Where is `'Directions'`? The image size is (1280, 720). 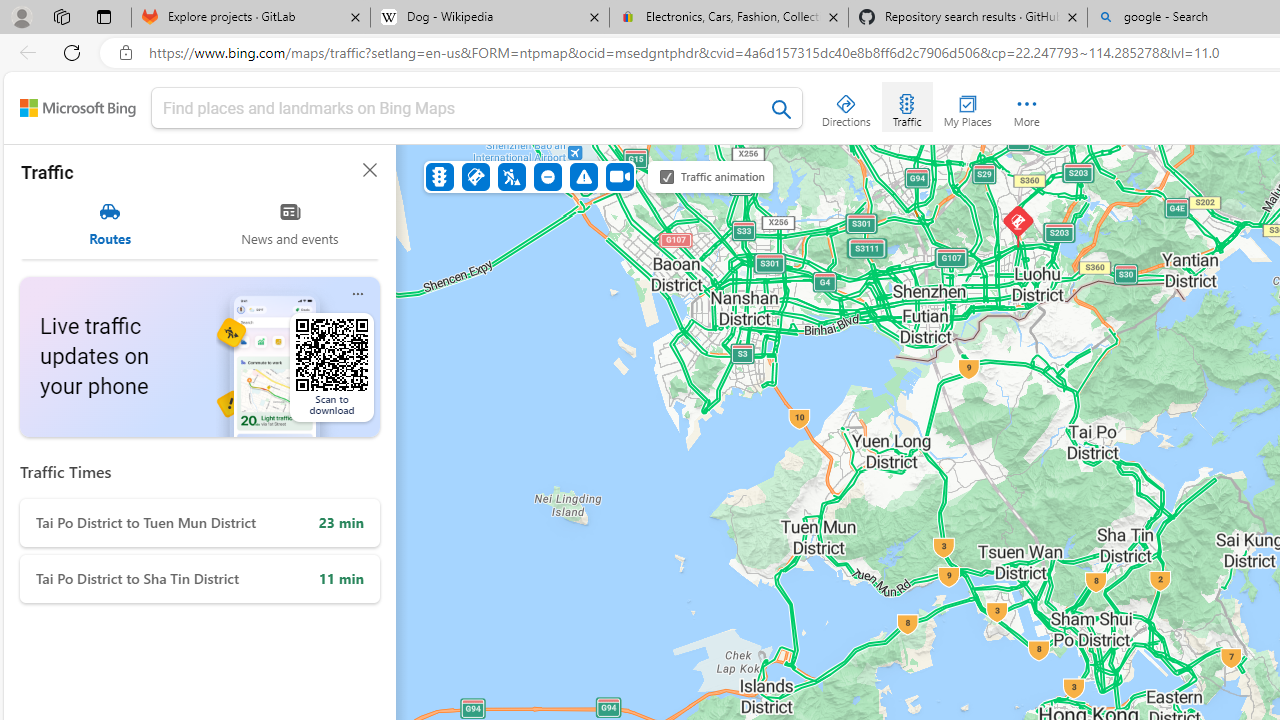 'Directions' is located at coordinates (846, 106).